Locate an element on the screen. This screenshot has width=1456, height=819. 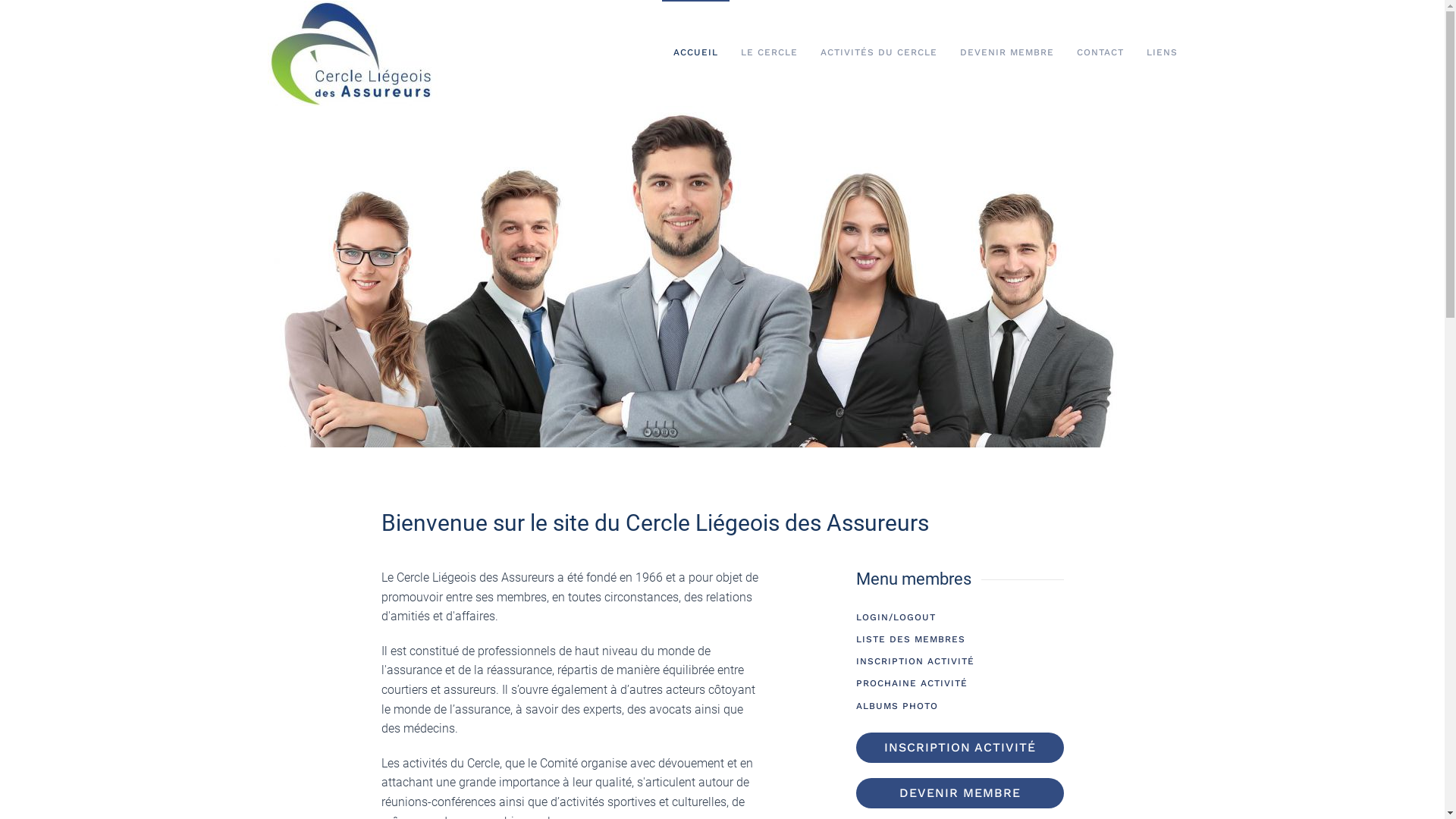
'LIENS' is located at coordinates (1160, 52).